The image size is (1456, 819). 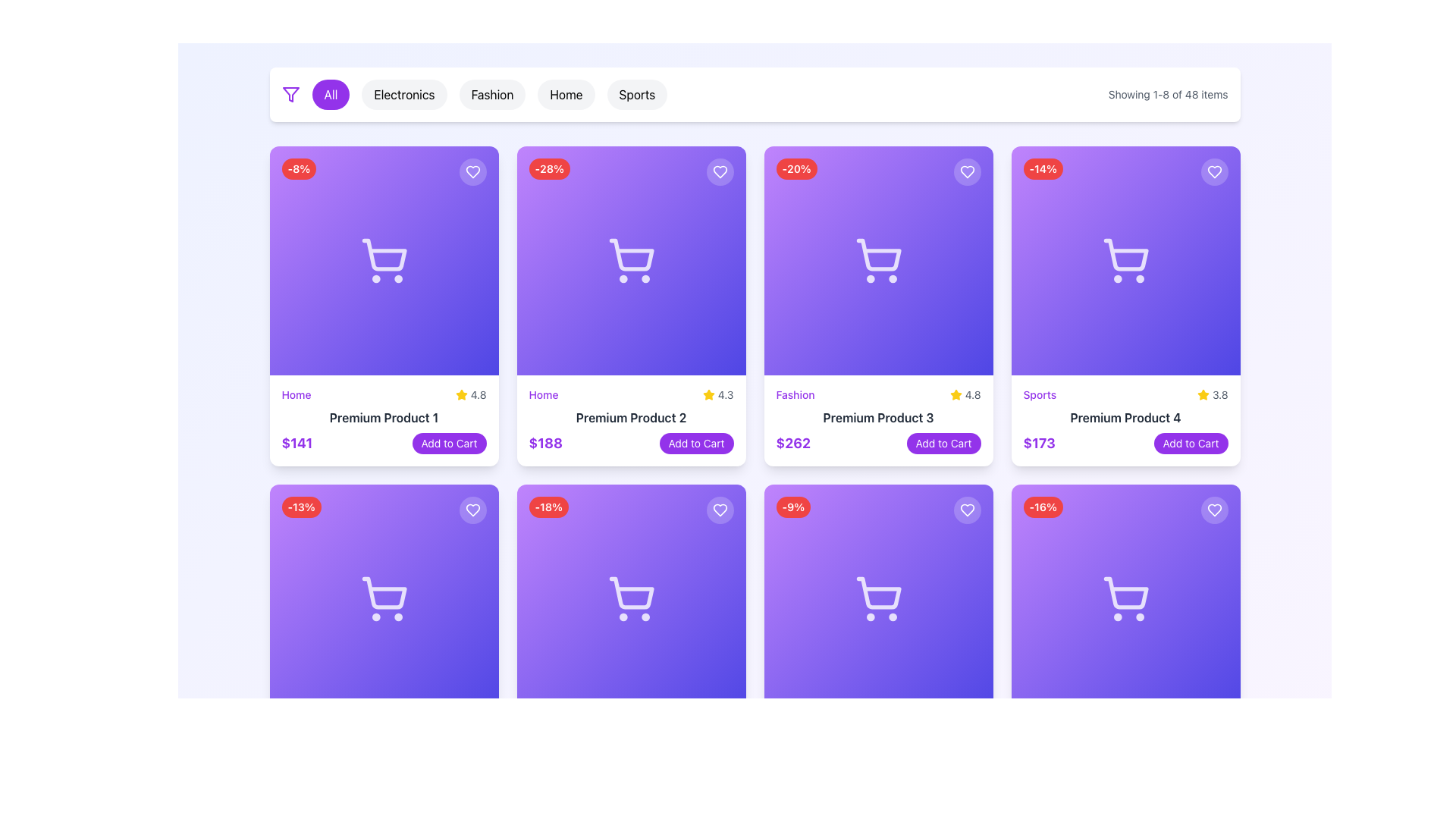 I want to click on the label indicating 'Premium Product 4', located in the fourth product card of the grid layout under the 'Sports' description and above the '$173' price tag, so click(x=1125, y=418).